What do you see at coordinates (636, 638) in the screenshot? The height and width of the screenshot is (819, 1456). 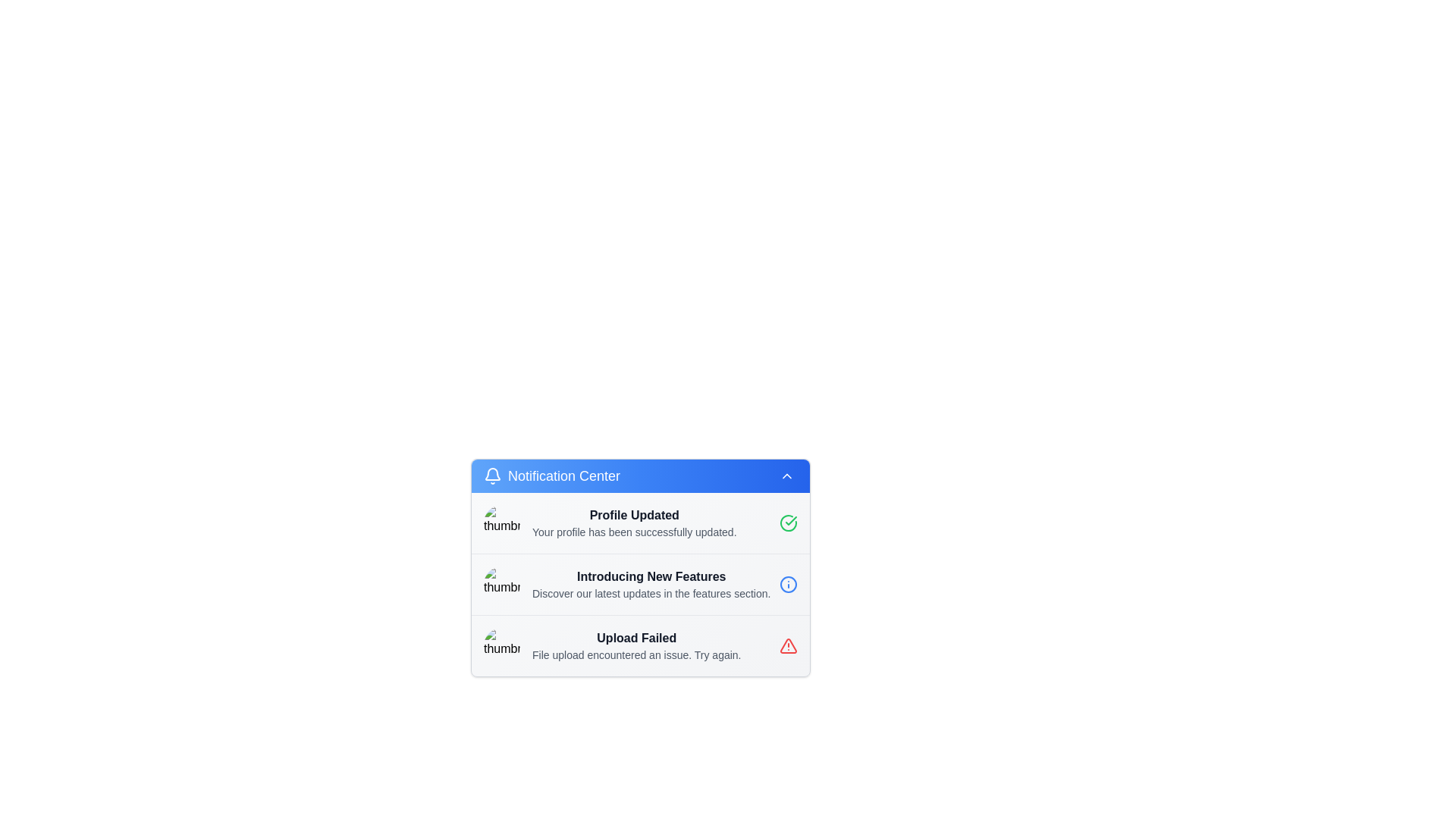 I see `the error message text label indicating an unsuccessful upload operation` at bounding box center [636, 638].